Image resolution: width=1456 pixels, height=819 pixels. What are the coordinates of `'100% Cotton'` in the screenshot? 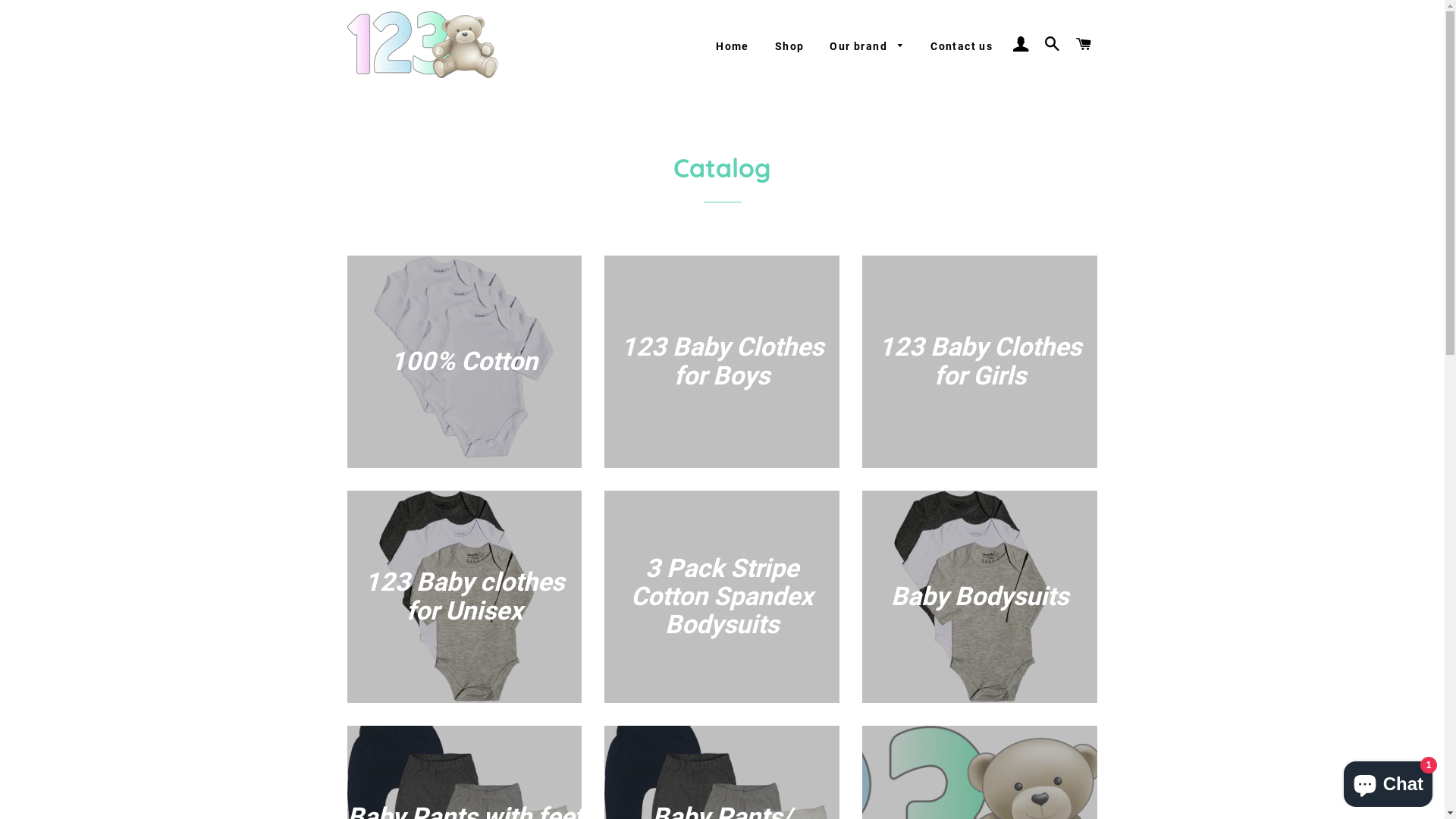 It's located at (464, 362).